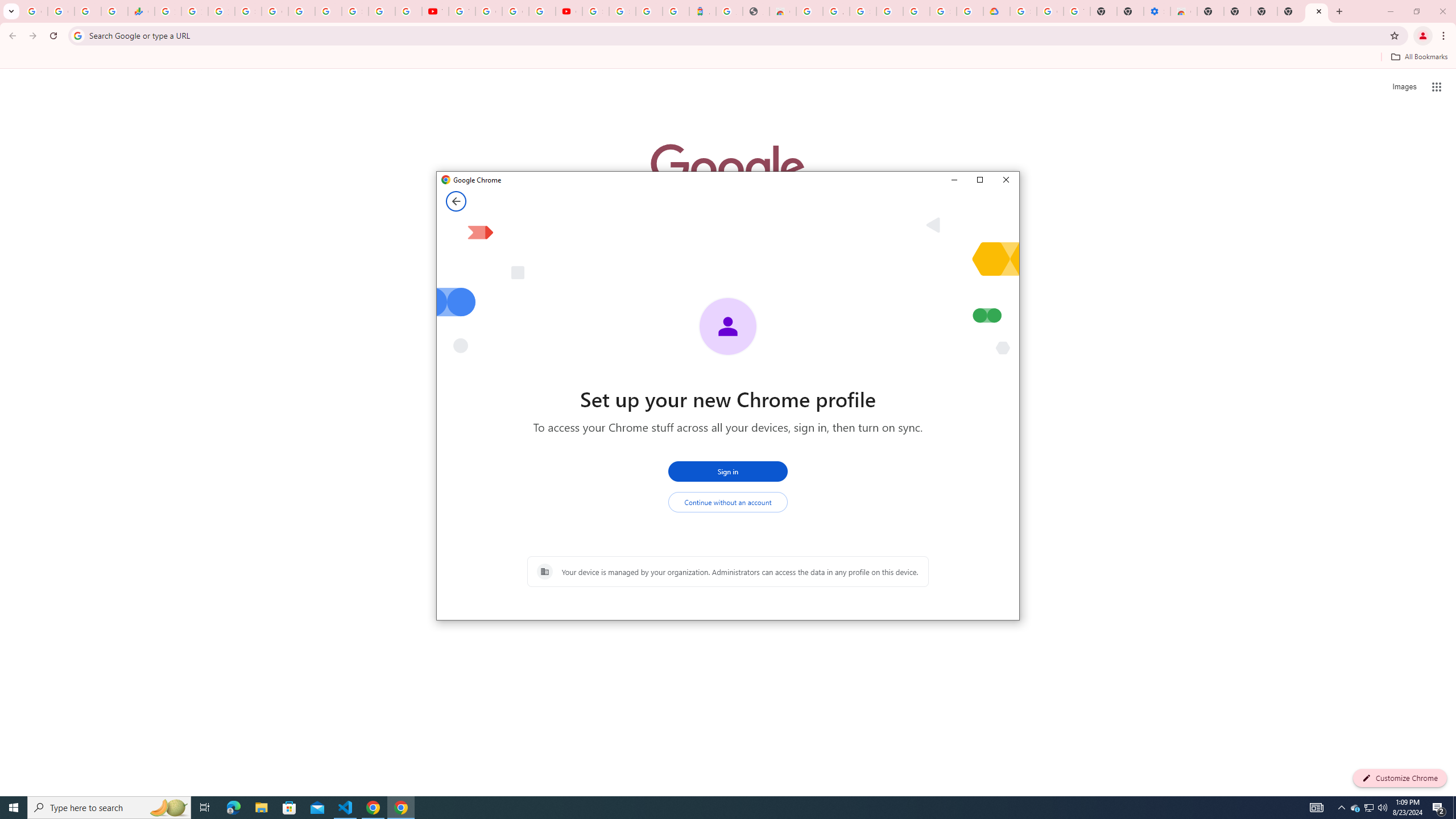 This screenshot has height=819, width=1456. Describe the element at coordinates (1290, 11) in the screenshot. I see `'New Tab'` at that location.